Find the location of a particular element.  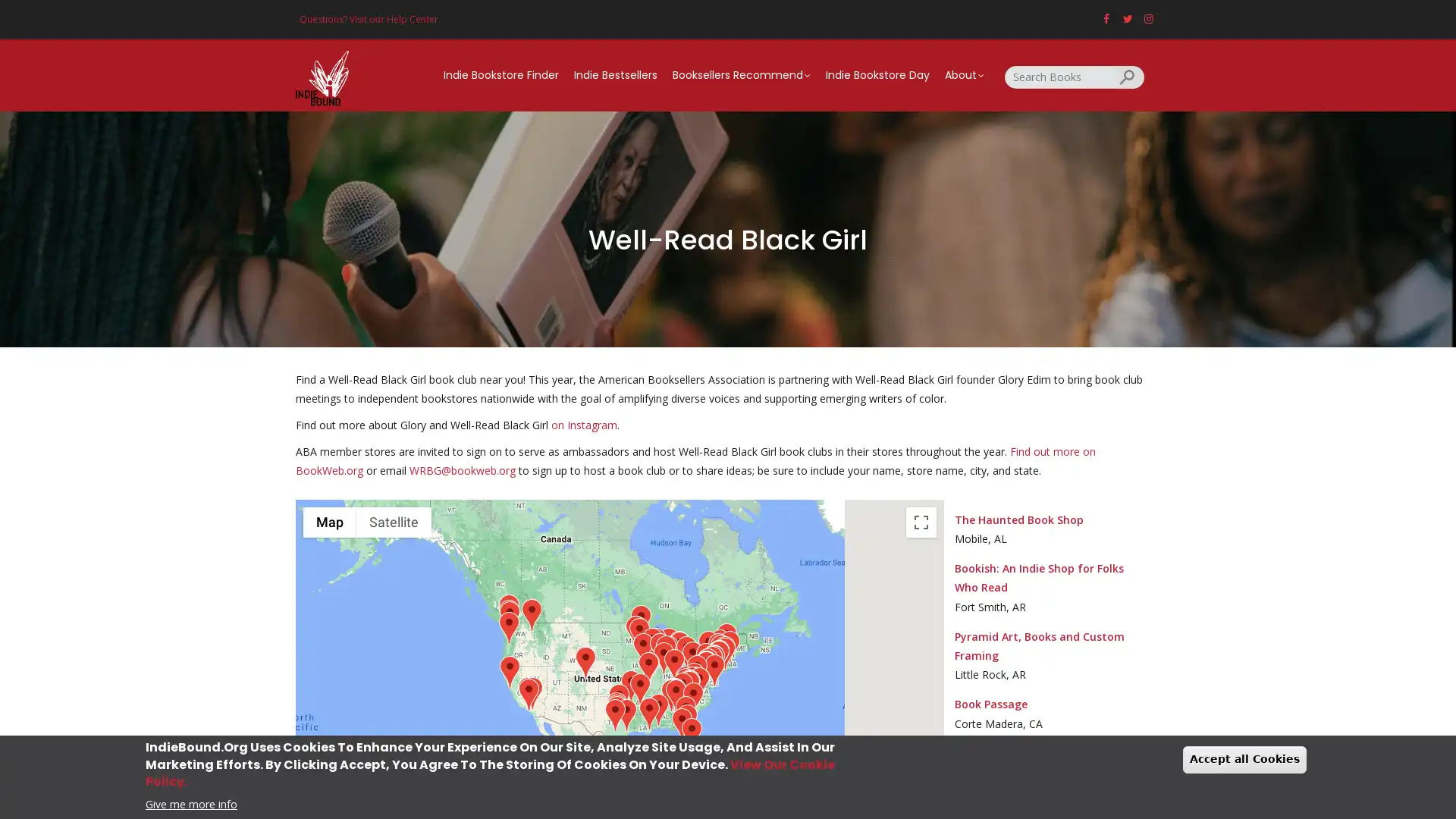

Sankofa Video and Books is located at coordinates (704, 665).